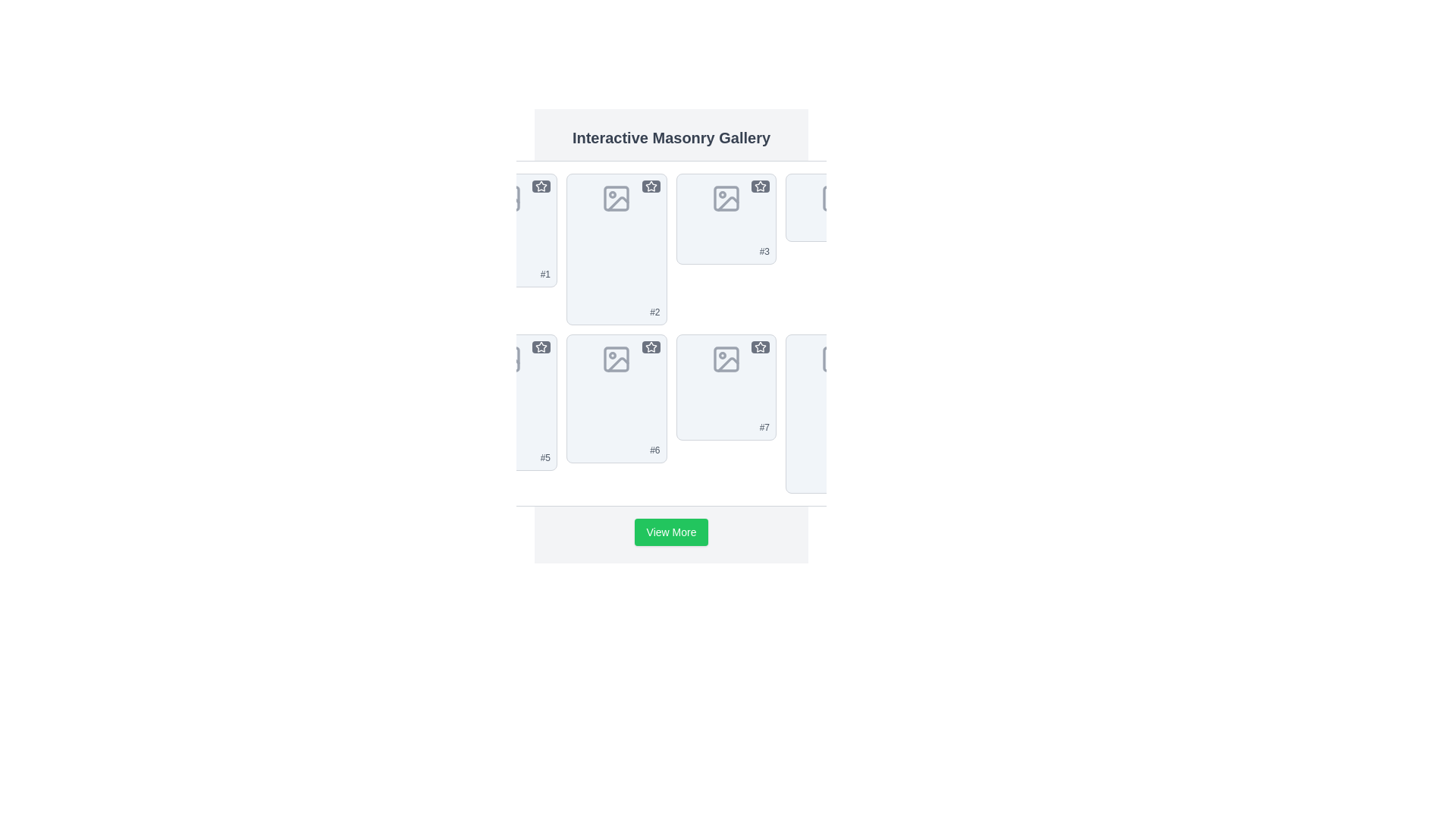 This screenshot has width=1456, height=819. What do you see at coordinates (507, 402) in the screenshot?
I see `the clickable card located in the second row of the masonry grid layout` at bounding box center [507, 402].